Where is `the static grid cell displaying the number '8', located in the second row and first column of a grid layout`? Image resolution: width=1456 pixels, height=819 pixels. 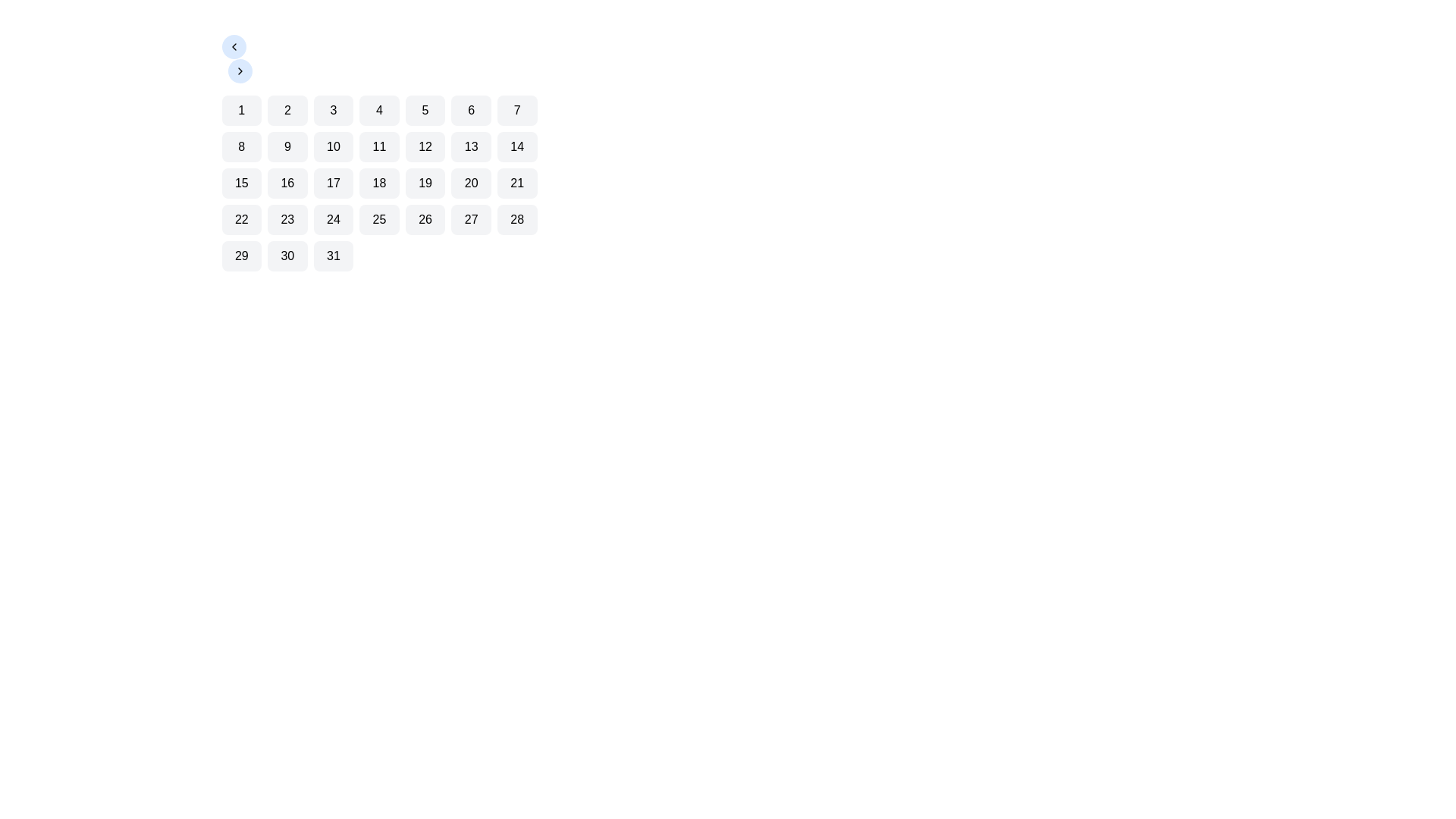 the static grid cell displaying the number '8', located in the second row and first column of a grid layout is located at coordinates (240, 146).